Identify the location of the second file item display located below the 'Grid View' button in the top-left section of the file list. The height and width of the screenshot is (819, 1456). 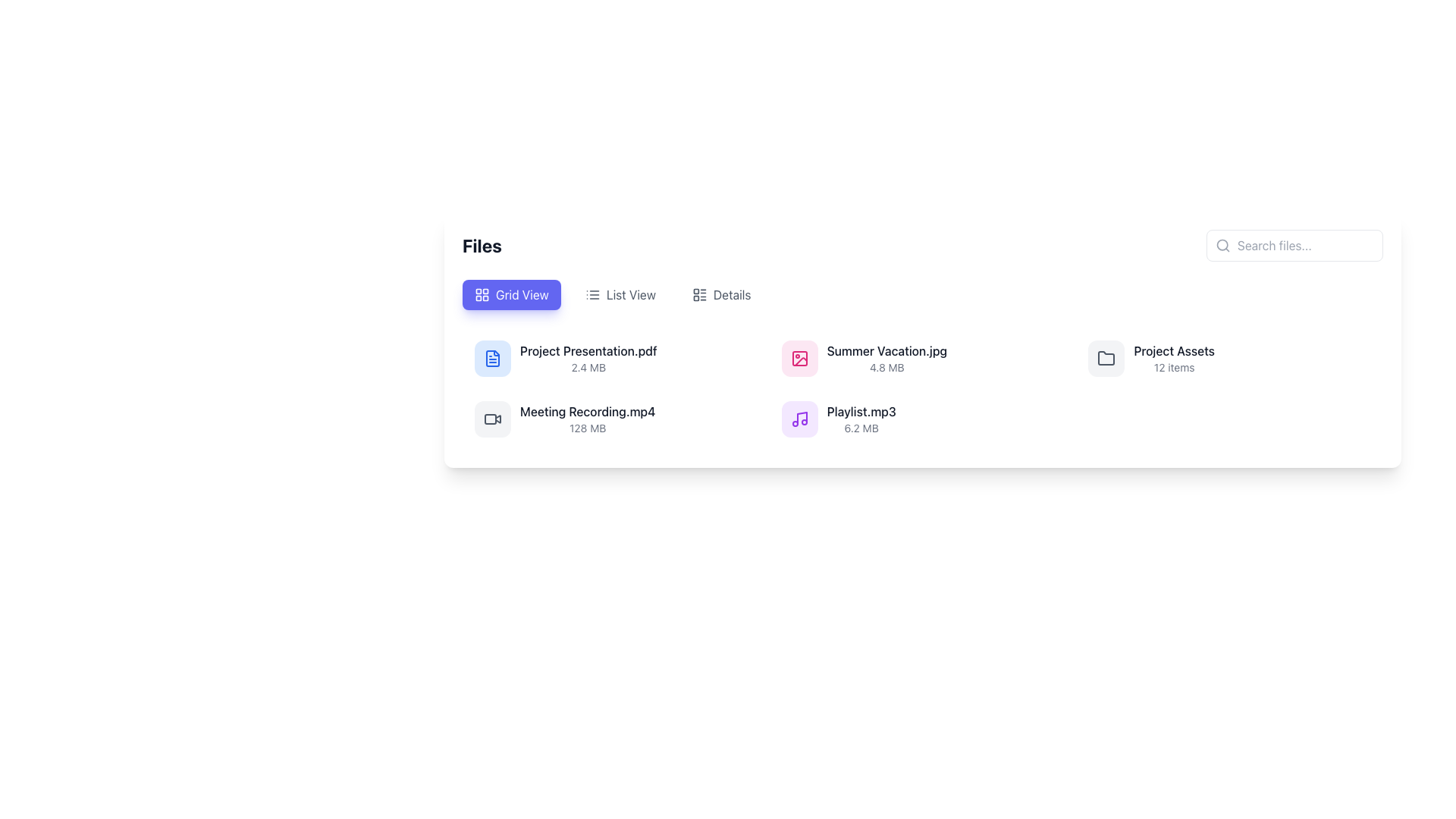
(588, 359).